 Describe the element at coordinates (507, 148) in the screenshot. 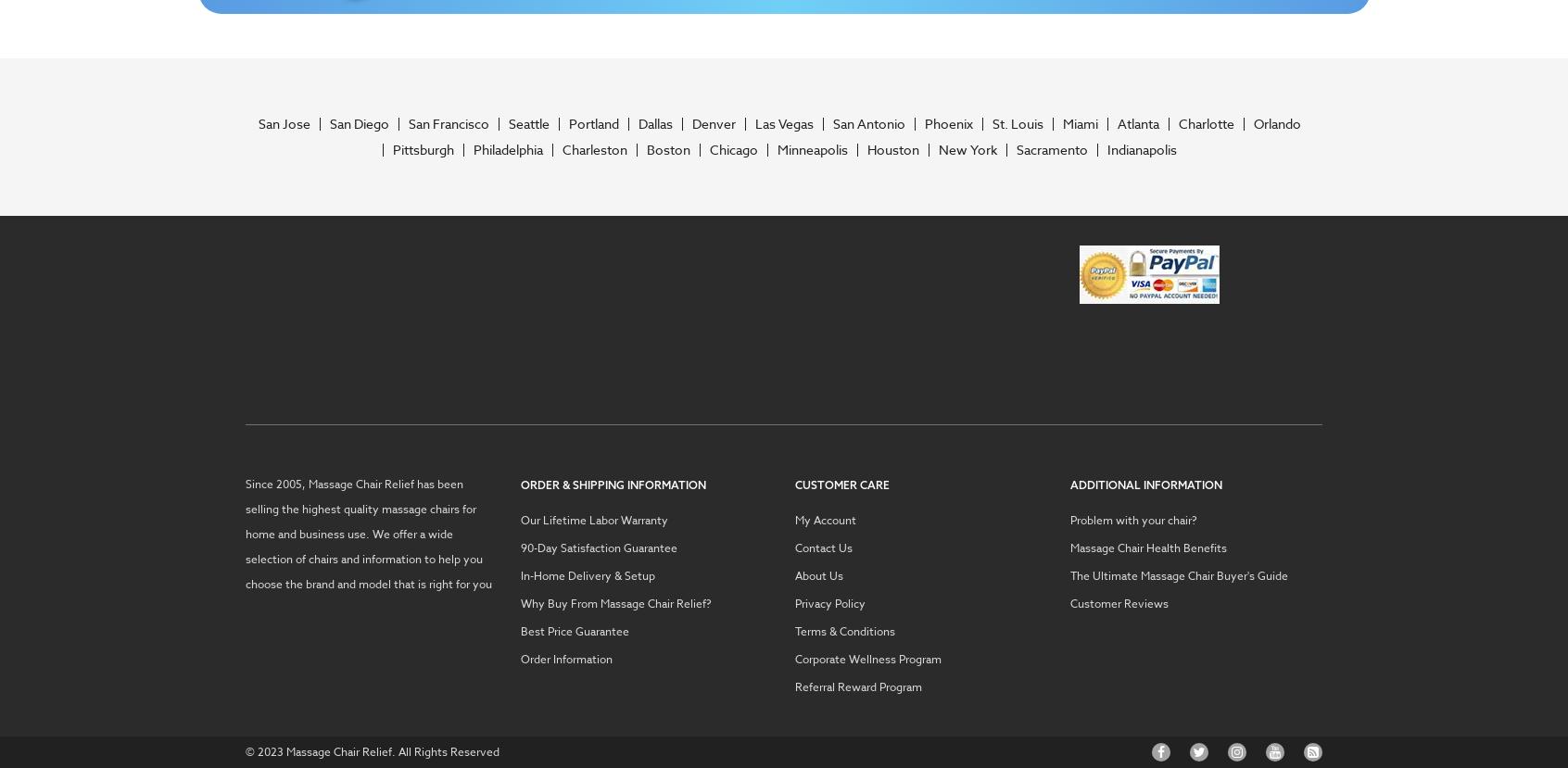

I see `'Philadelphia'` at that location.